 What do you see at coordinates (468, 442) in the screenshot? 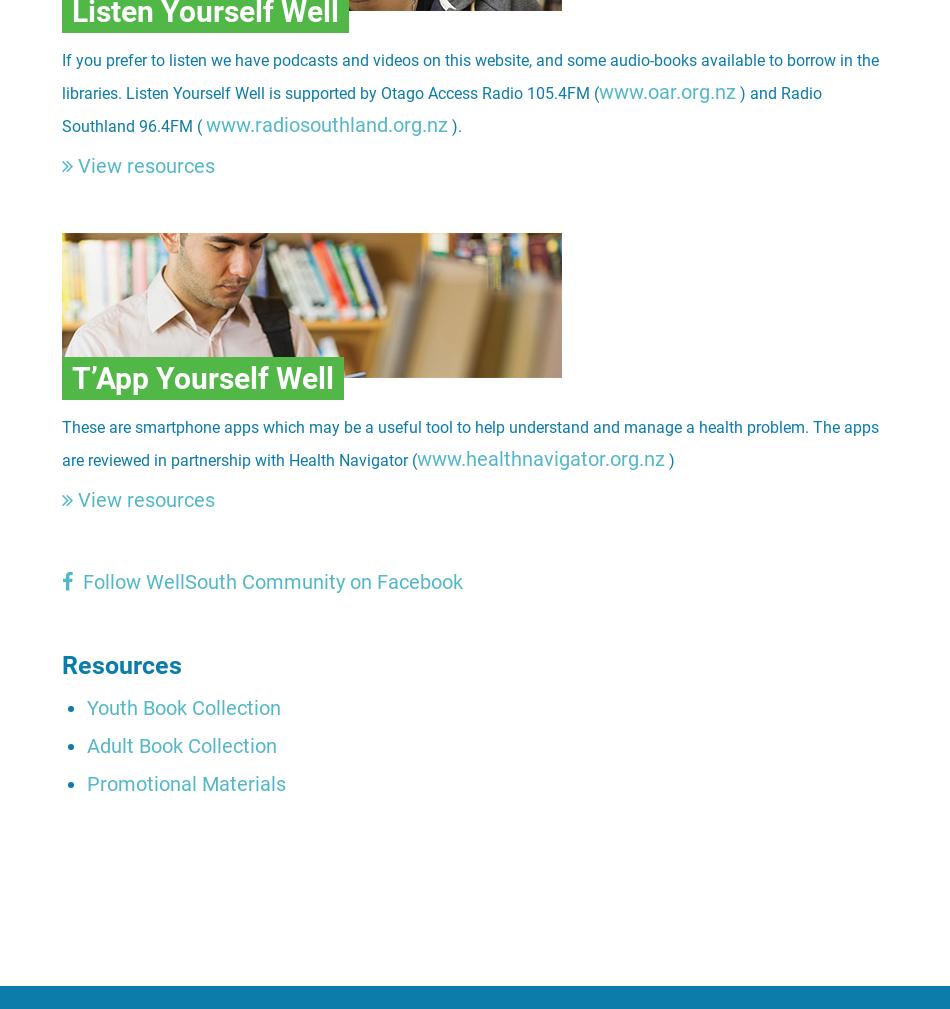
I see `'These are smartphone apps which may be a useful tool to help understand and manage a health problem. The apps are reviewed in partnership with Health Navigator ('` at bounding box center [468, 442].